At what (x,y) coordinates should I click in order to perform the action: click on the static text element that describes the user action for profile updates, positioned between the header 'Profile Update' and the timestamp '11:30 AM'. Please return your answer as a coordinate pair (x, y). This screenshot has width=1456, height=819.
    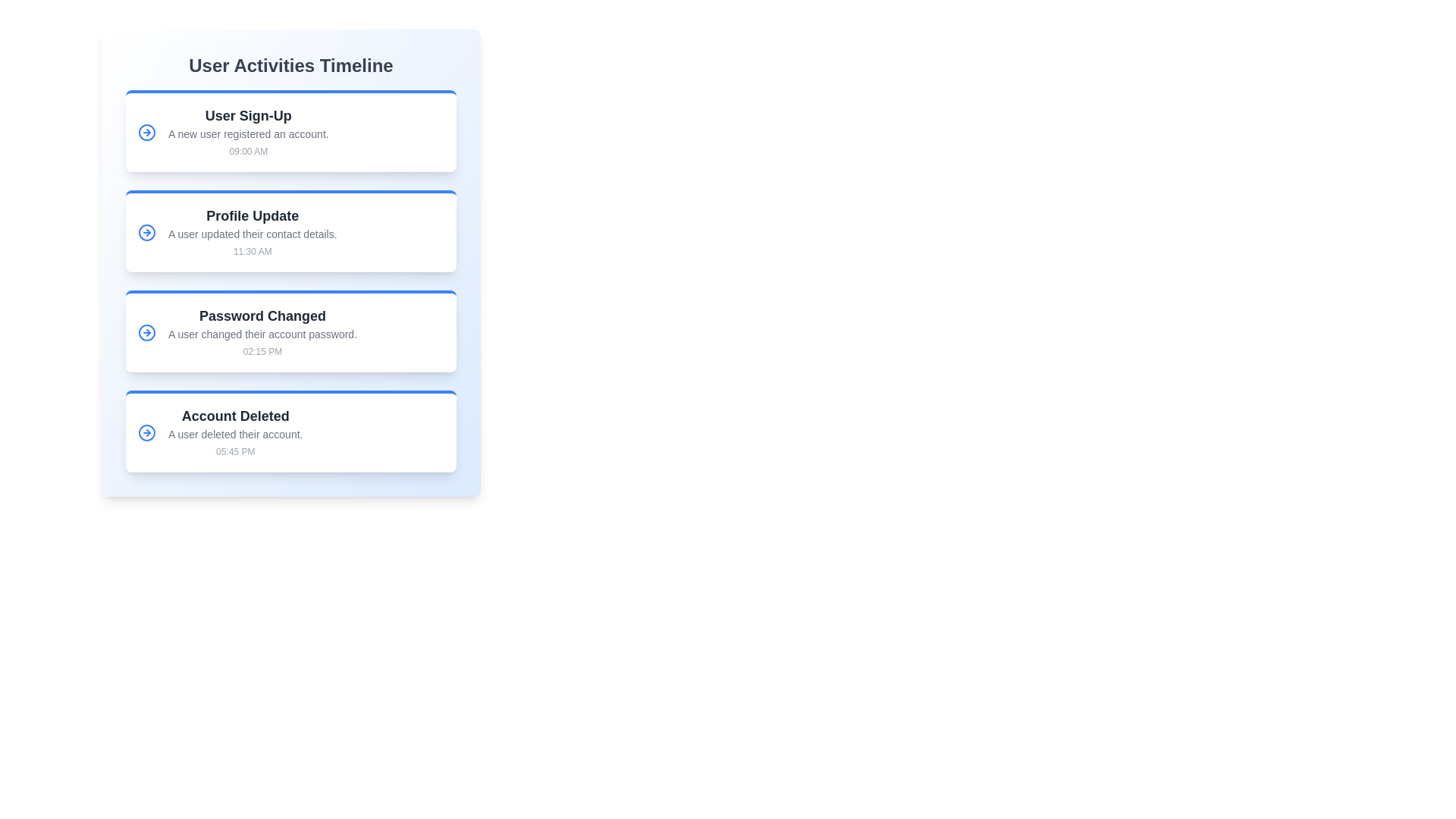
    Looking at the image, I should click on (253, 234).